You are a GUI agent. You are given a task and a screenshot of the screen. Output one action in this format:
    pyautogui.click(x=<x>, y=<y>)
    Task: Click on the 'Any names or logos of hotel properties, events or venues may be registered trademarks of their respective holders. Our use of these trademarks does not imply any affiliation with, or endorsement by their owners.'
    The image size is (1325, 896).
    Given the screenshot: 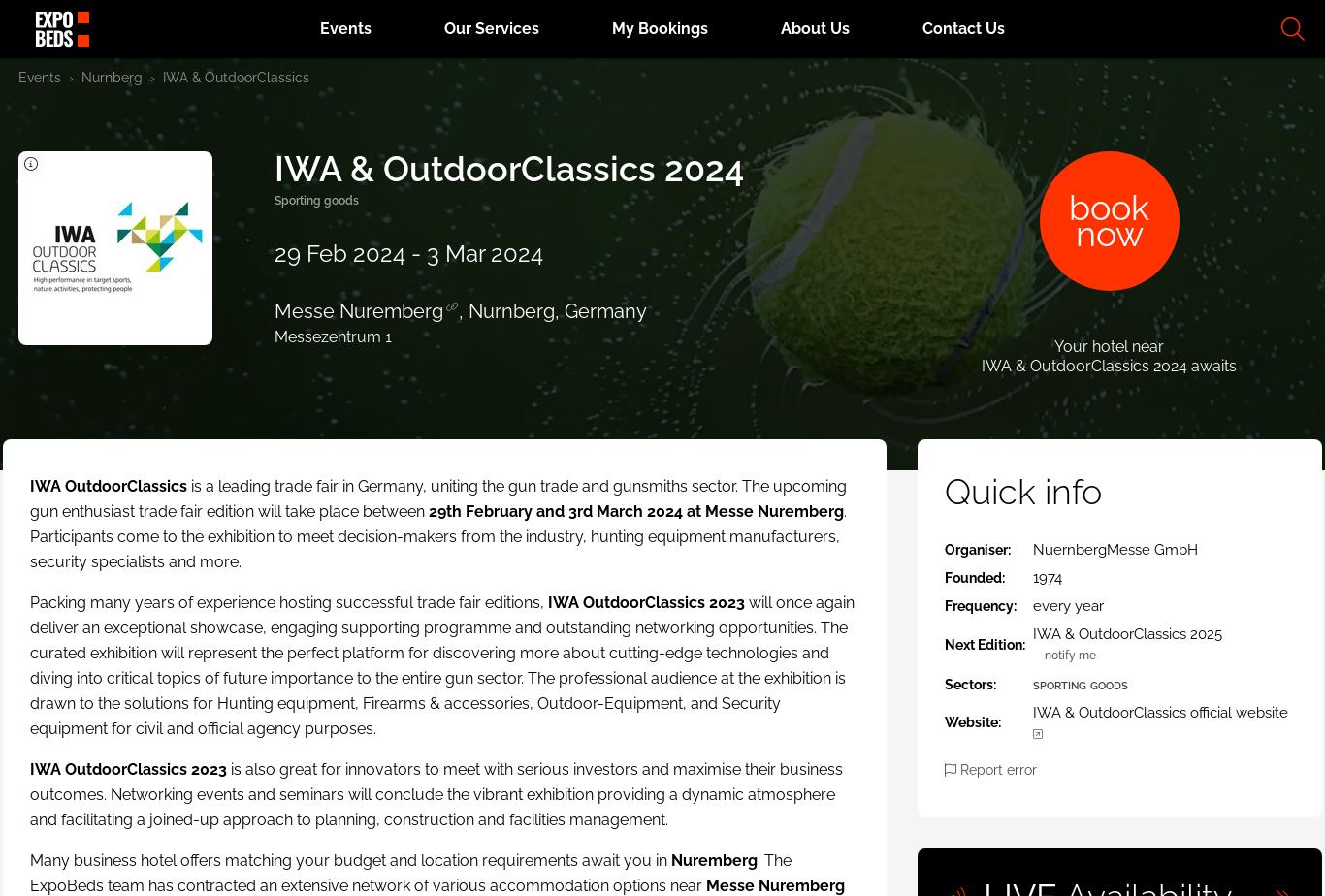 What is the action you would take?
    pyautogui.click(x=1107, y=498)
    